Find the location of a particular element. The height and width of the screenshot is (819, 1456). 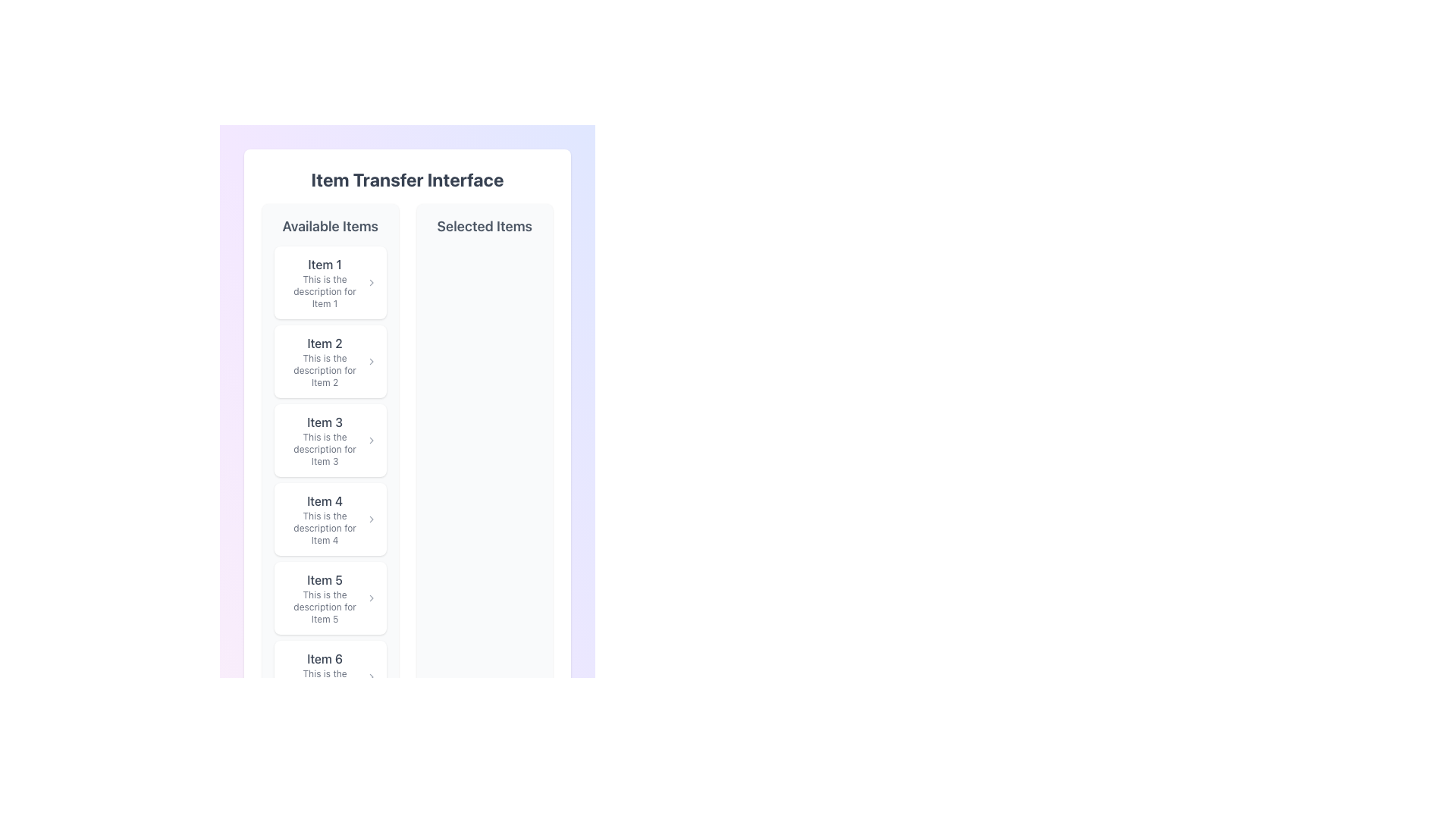

the heading text that provides users with a clear understanding of the functionality or purpose of the interface section is located at coordinates (407, 178).